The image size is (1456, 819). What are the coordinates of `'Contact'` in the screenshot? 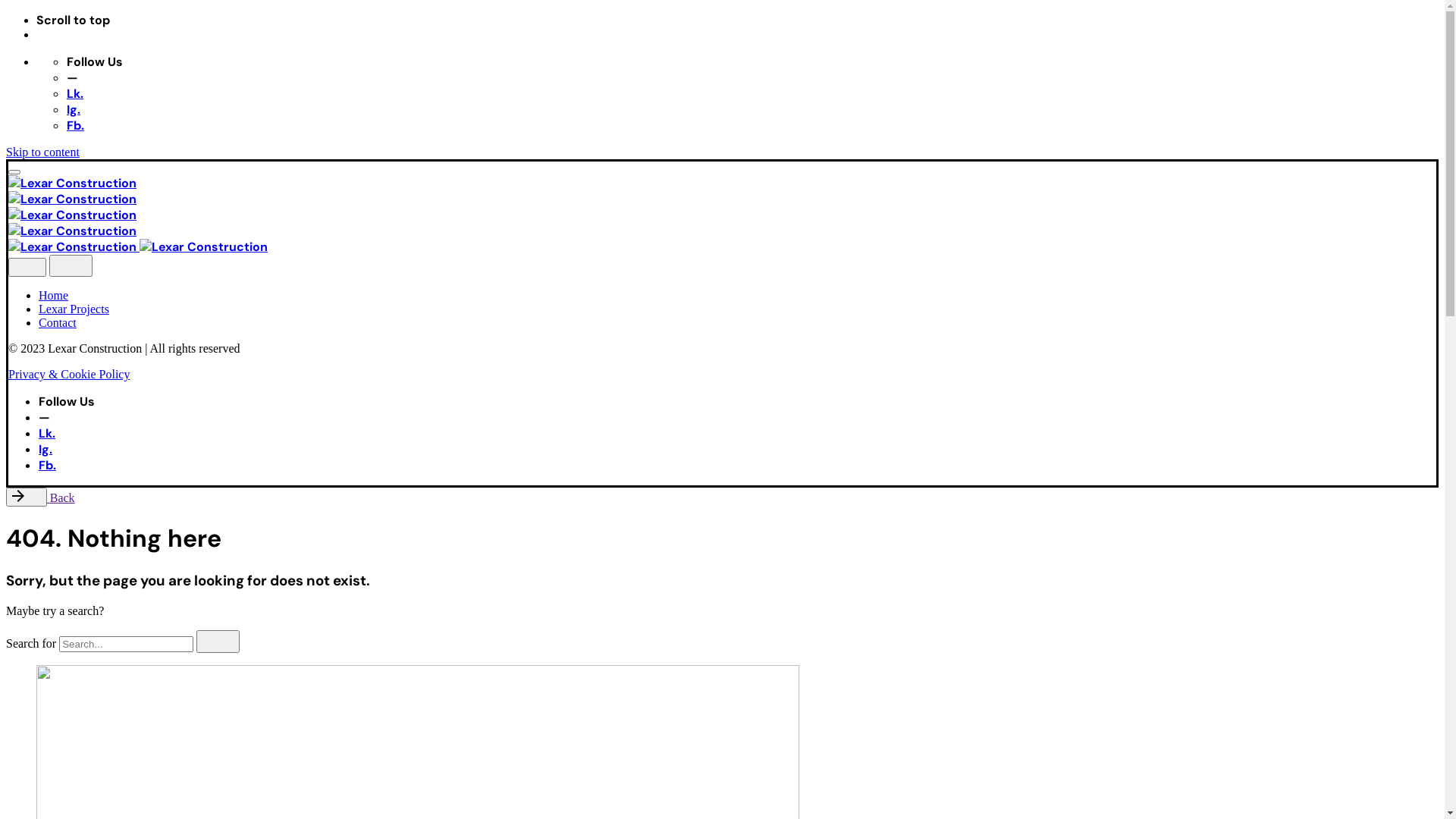 It's located at (58, 322).